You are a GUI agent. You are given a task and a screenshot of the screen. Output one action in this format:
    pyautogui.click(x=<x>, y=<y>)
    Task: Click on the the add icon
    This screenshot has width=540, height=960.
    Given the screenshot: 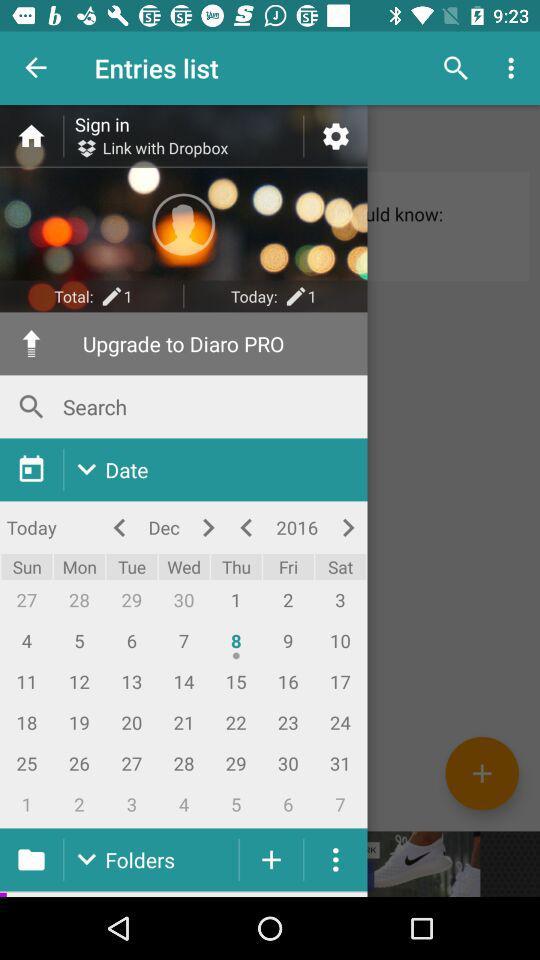 What is the action you would take?
    pyautogui.click(x=481, y=772)
    